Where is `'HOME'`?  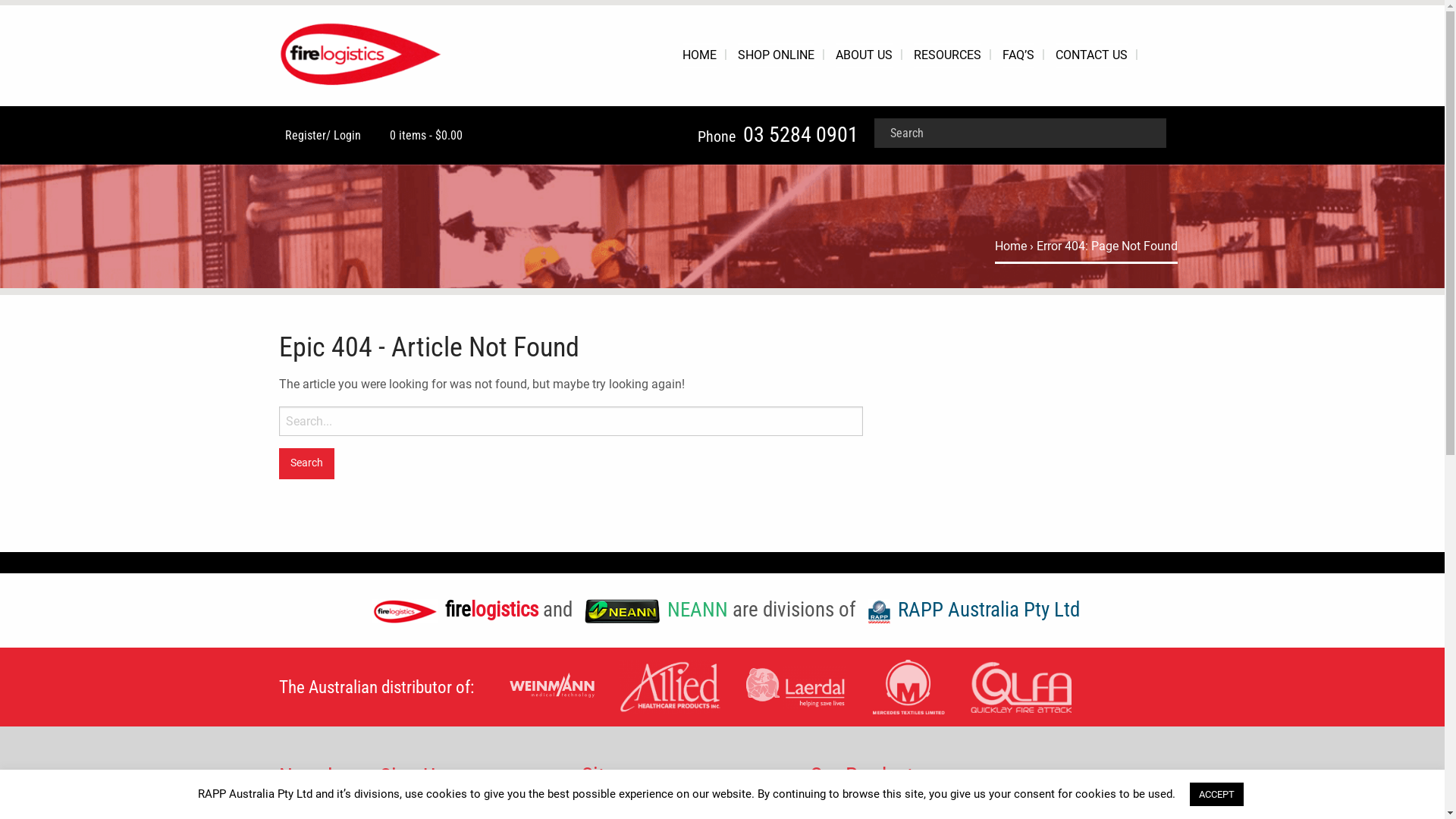 'HOME' is located at coordinates (698, 55).